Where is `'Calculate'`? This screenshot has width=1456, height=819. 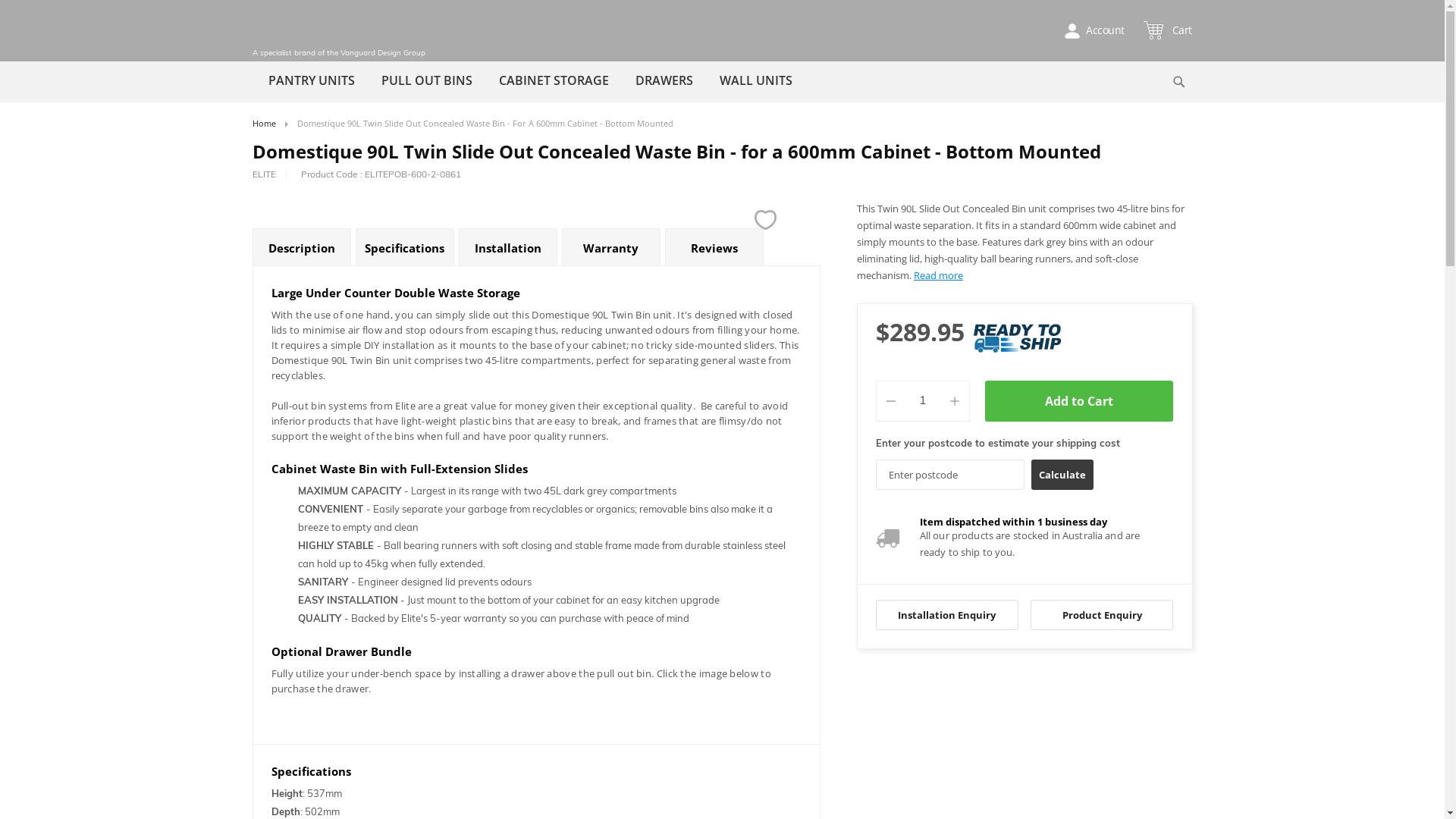
'Calculate' is located at coordinates (1062, 473).